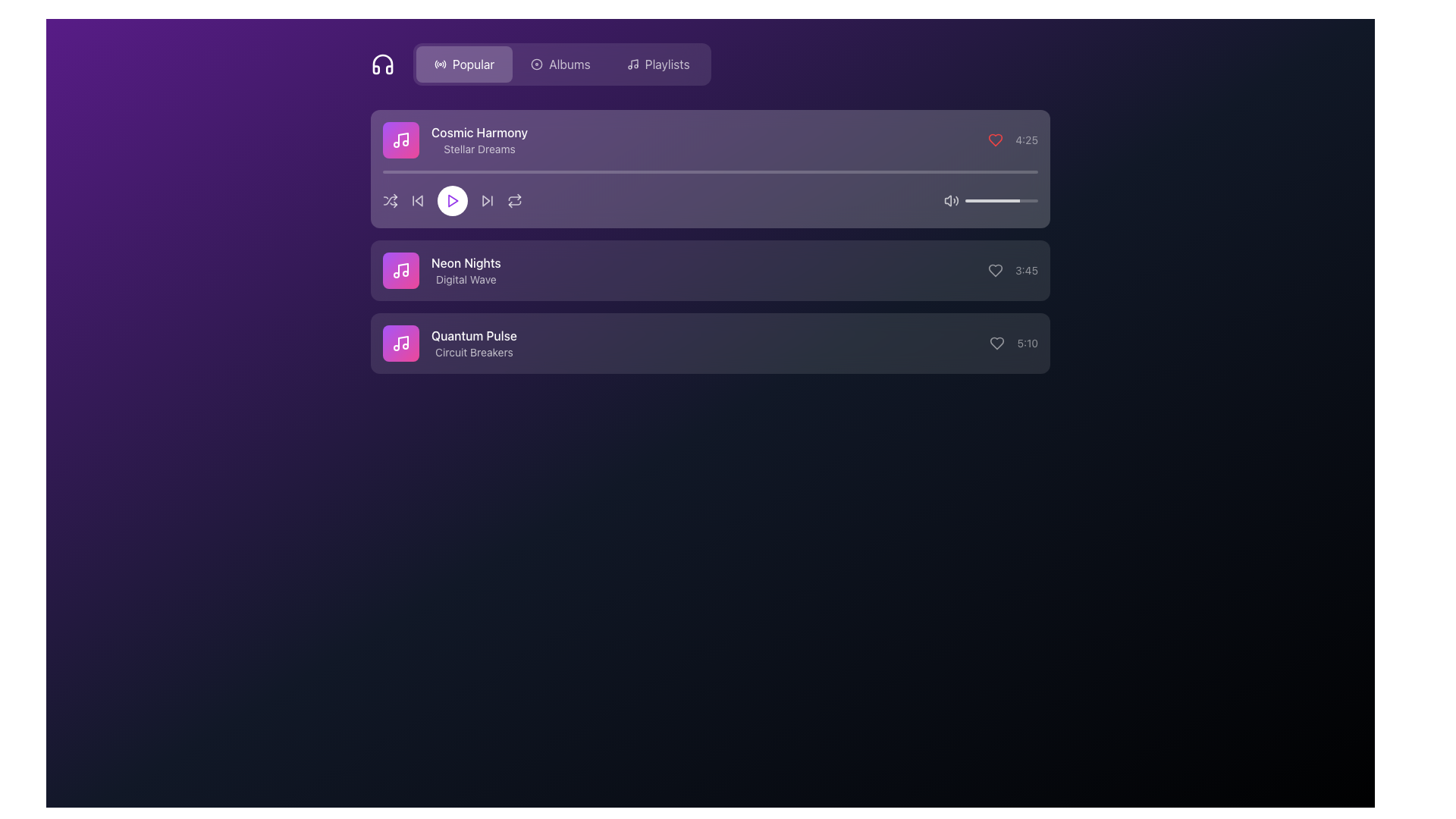 This screenshot has width=1456, height=819. What do you see at coordinates (400, 270) in the screenshot?
I see `the square icon featuring a gradient color scheme from purple to pink with a white music note symbol, positioned next to the text 'Neon Nights' and 'Digital Wave'` at bounding box center [400, 270].